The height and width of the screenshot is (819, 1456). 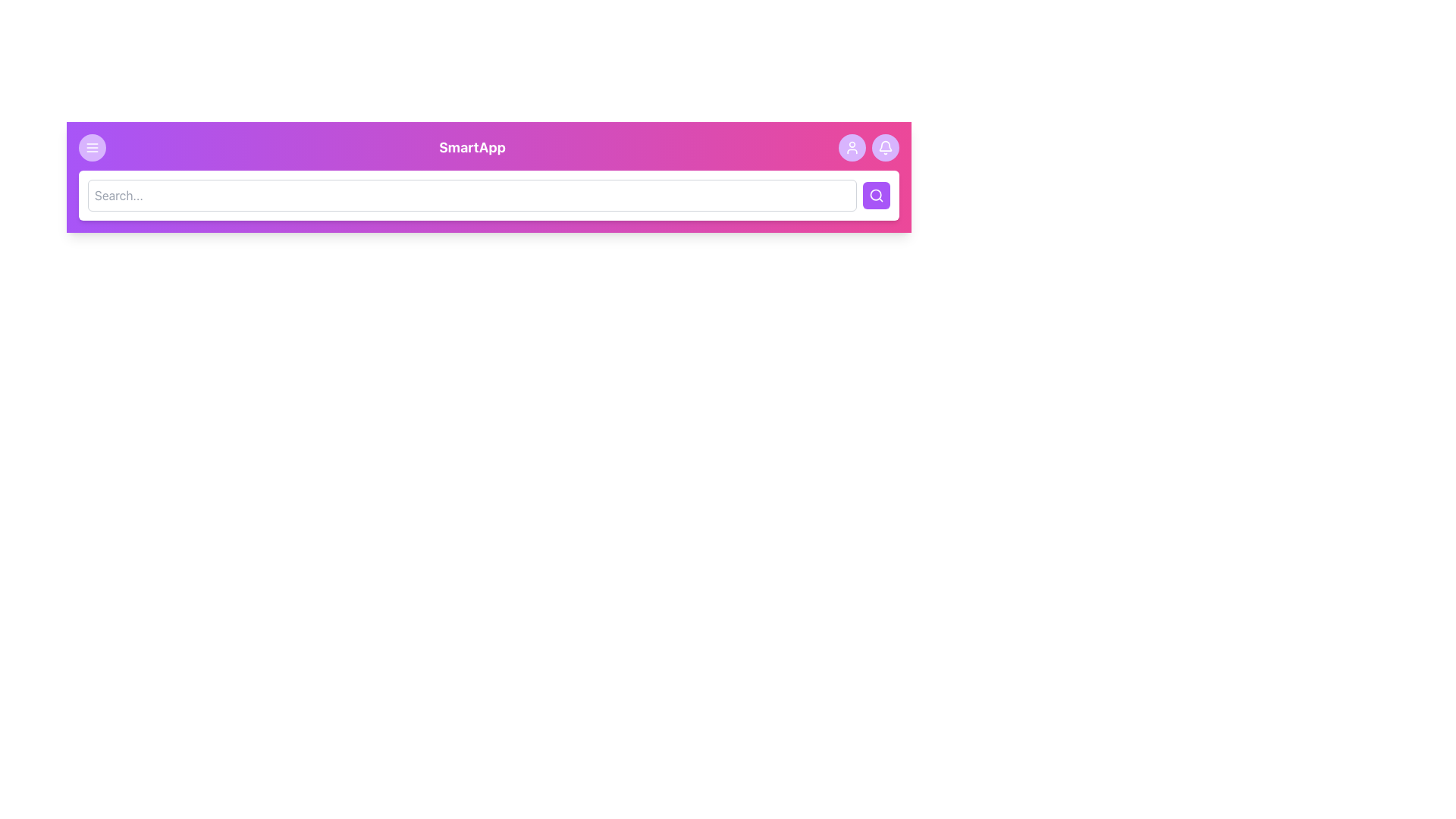 What do you see at coordinates (472, 148) in the screenshot?
I see `the static text element that serves as the title or logo for the application, located centrally in the header bar` at bounding box center [472, 148].